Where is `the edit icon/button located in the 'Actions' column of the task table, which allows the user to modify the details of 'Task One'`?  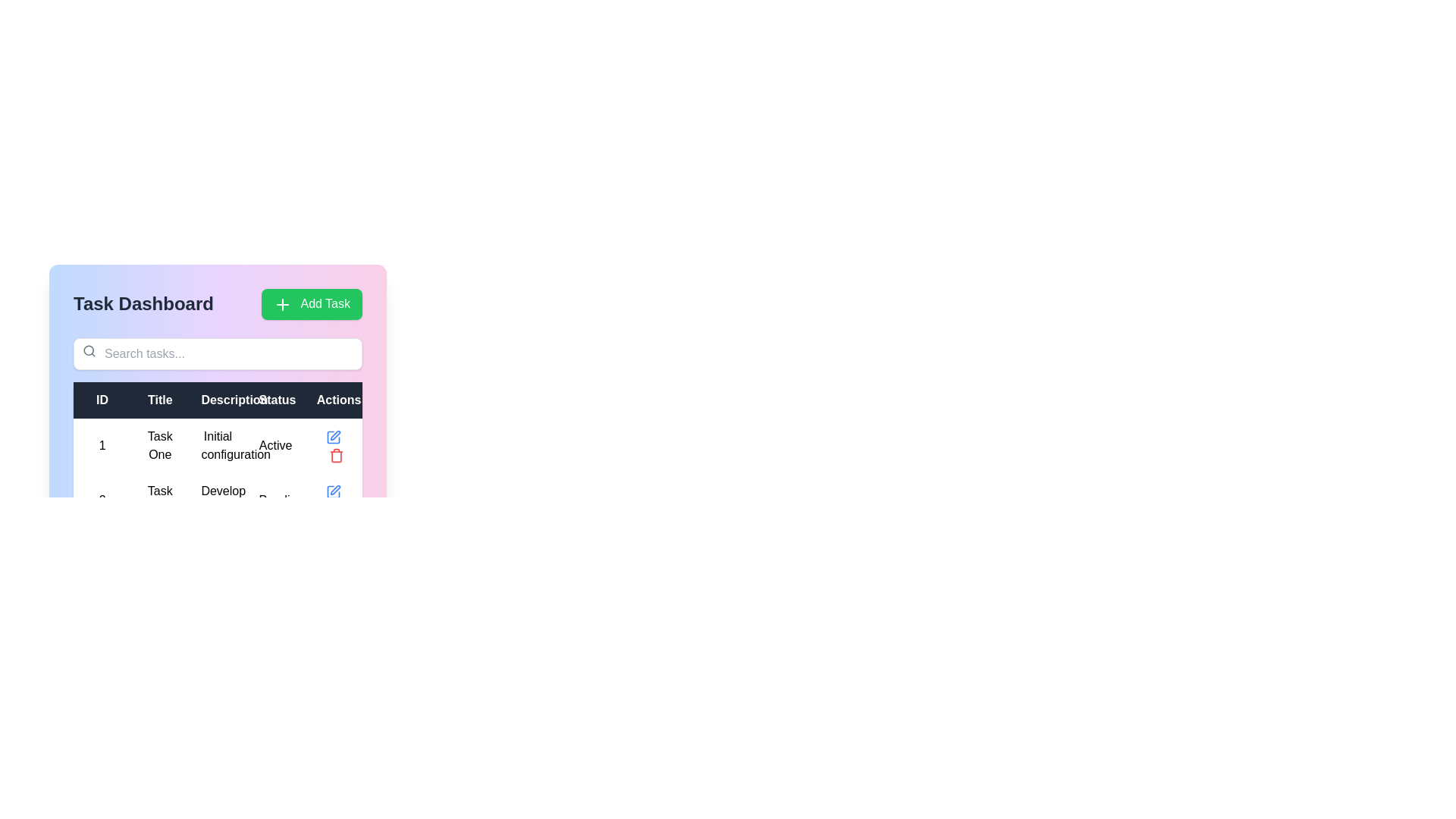
the edit icon/button located in the 'Actions' column of the task table, which allows the user to modify the details of 'Task One' is located at coordinates (332, 437).